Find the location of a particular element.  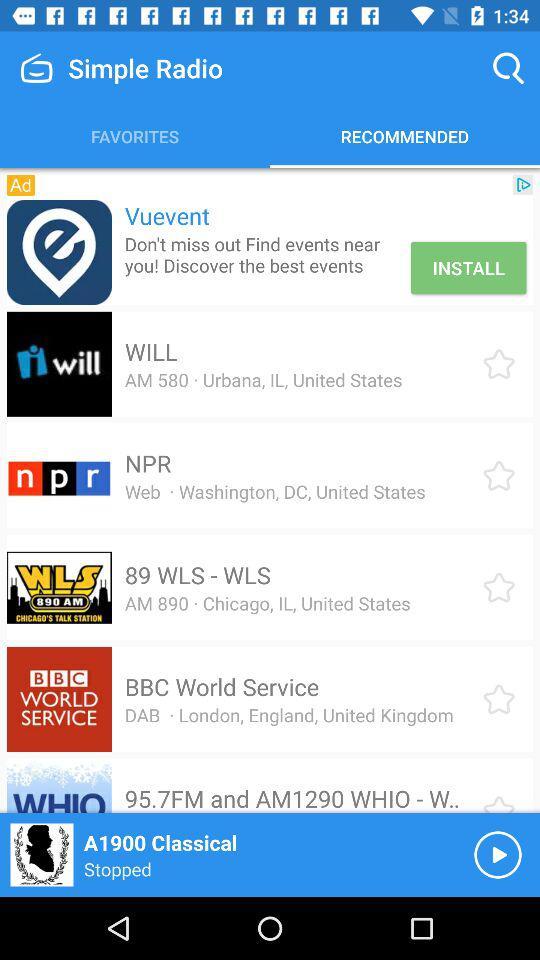

the item below the vuevent is located at coordinates (264, 253).